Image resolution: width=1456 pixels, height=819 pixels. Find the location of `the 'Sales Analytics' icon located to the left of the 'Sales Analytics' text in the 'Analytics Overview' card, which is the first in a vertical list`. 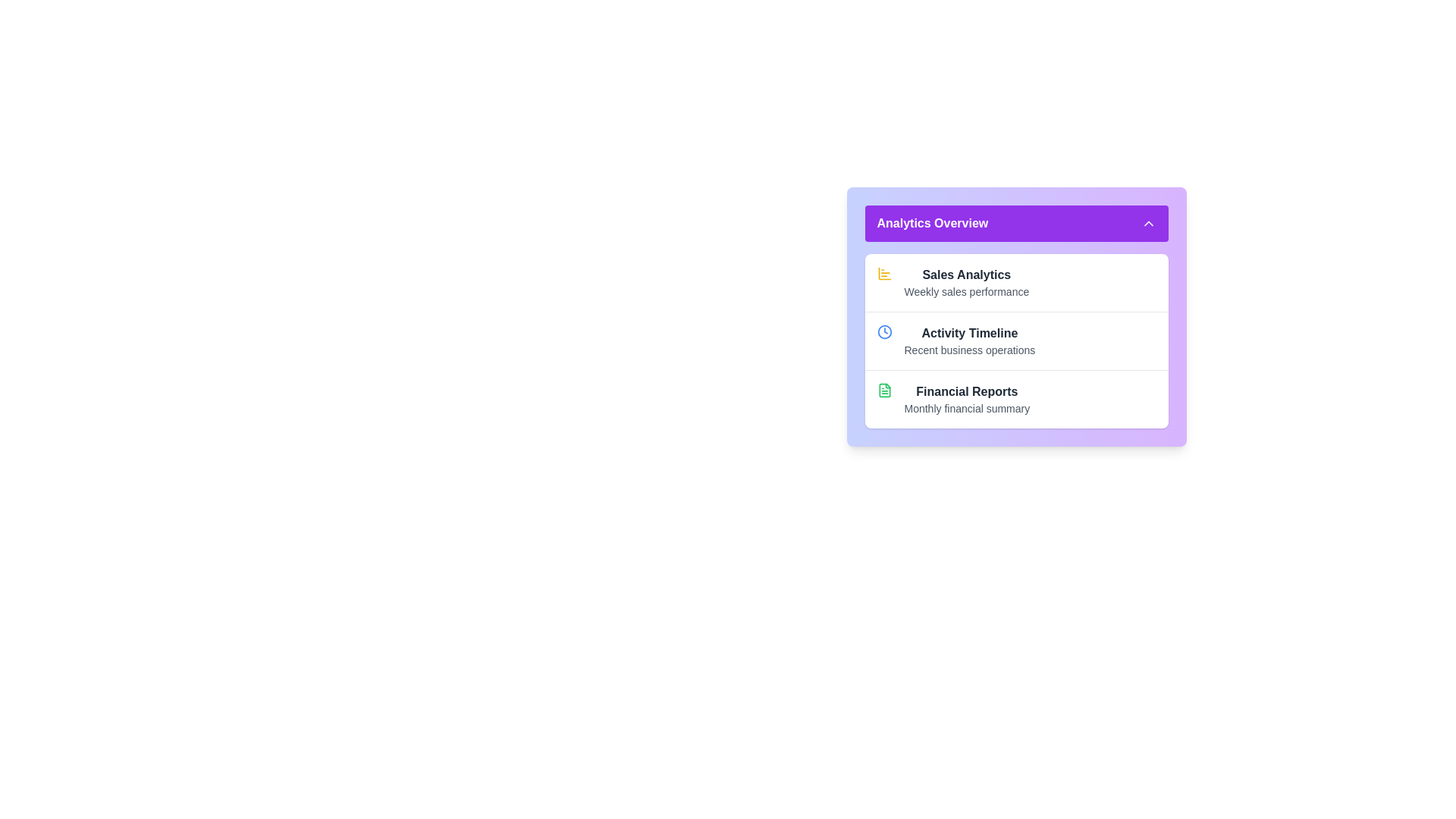

the 'Sales Analytics' icon located to the left of the 'Sales Analytics' text in the 'Analytics Overview' card, which is the first in a vertical list is located at coordinates (884, 274).